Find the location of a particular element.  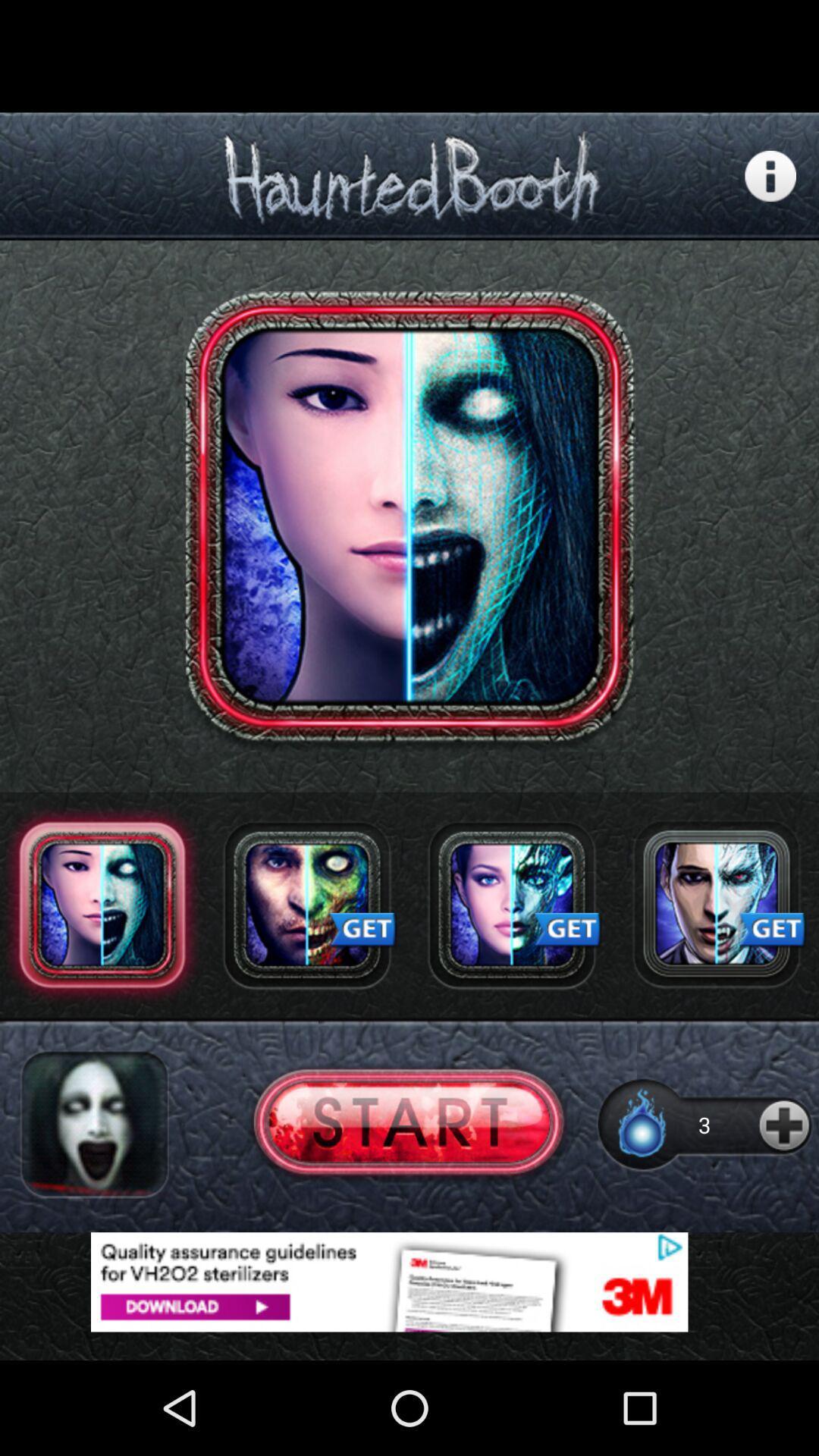

choose this is located at coordinates (408, 1125).